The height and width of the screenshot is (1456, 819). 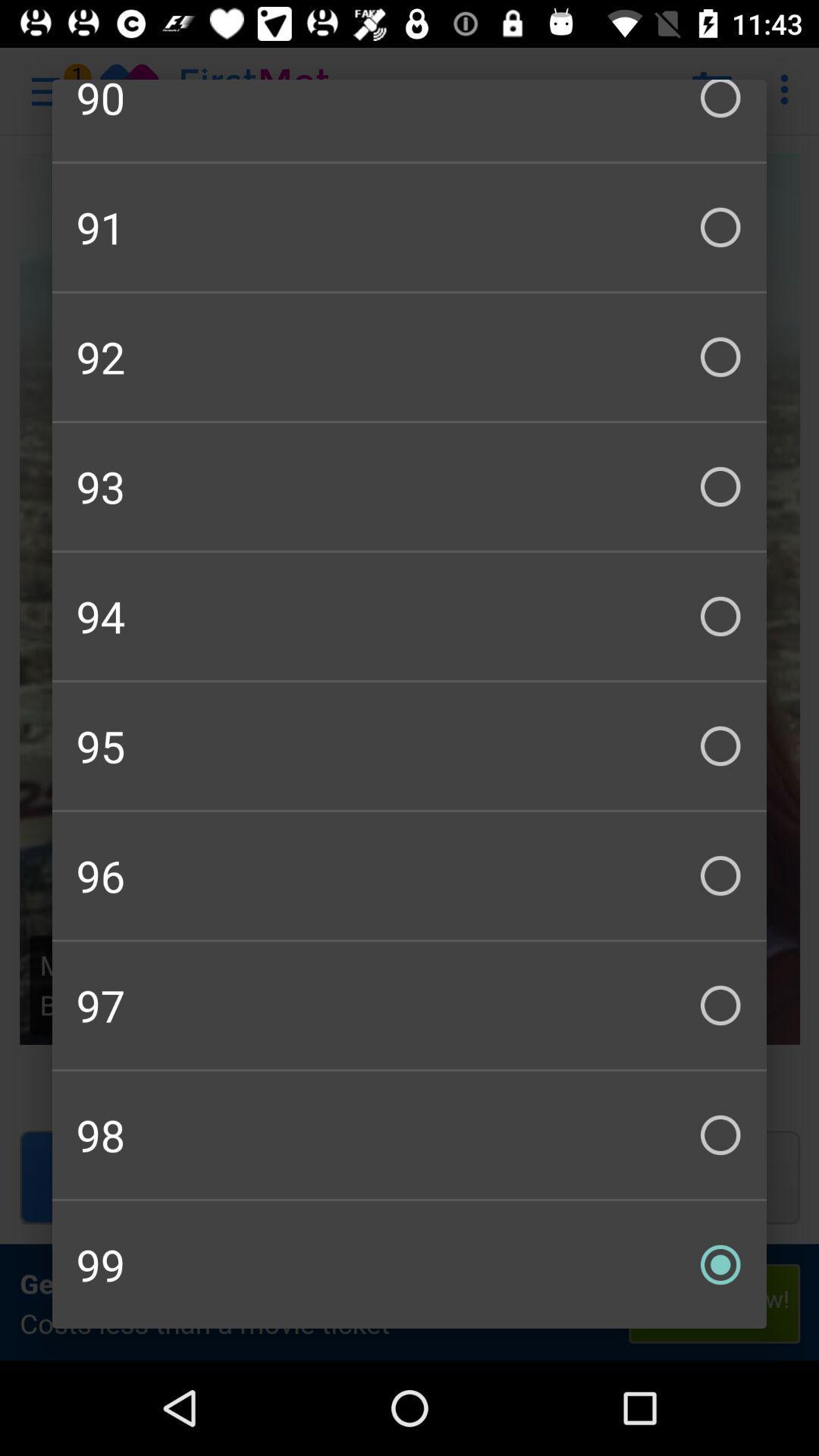 What do you see at coordinates (409, 745) in the screenshot?
I see `95 icon` at bounding box center [409, 745].